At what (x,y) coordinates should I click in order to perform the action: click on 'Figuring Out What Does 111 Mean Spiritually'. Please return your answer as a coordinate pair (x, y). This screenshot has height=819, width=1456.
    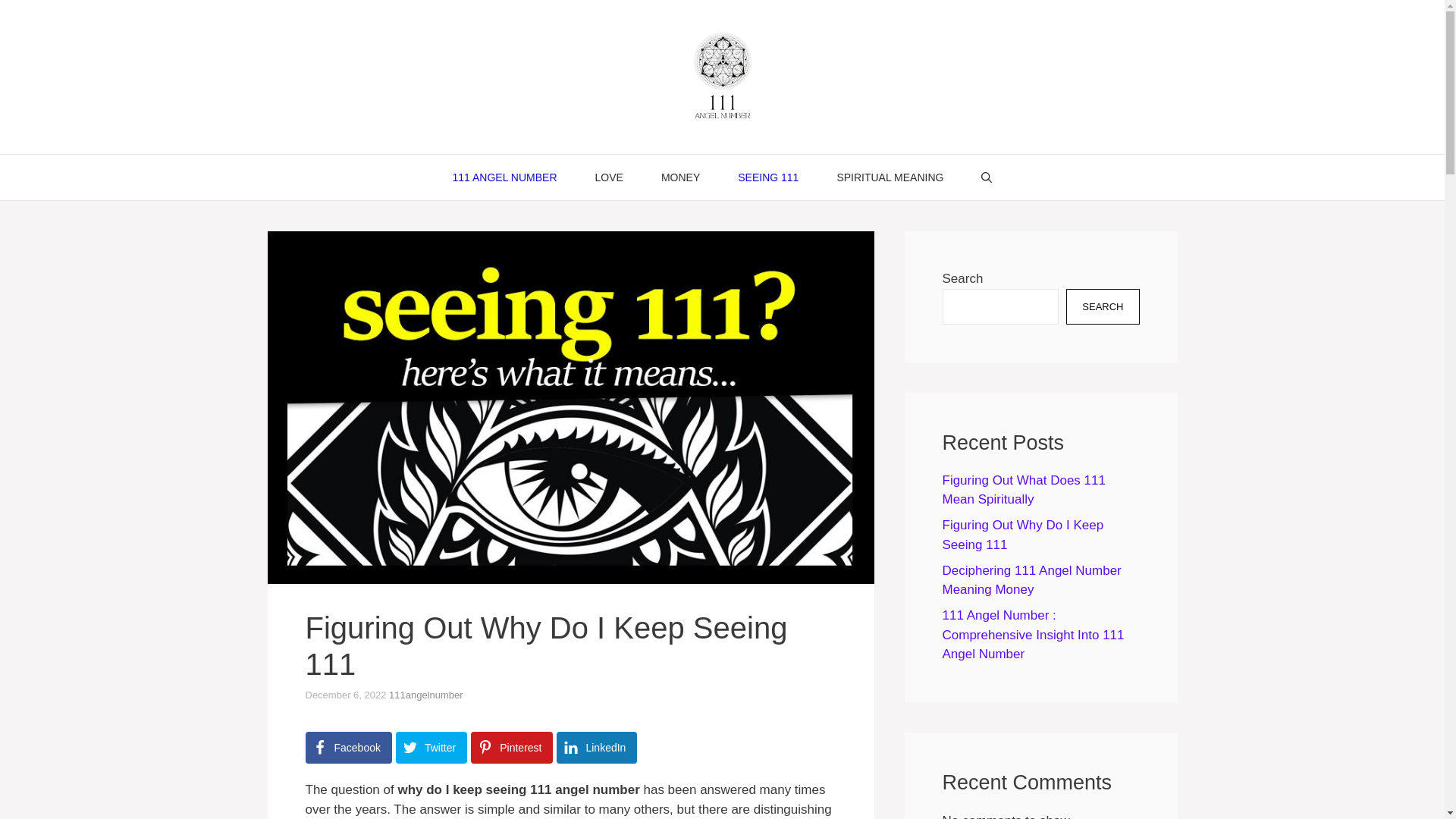
    Looking at the image, I should click on (1023, 490).